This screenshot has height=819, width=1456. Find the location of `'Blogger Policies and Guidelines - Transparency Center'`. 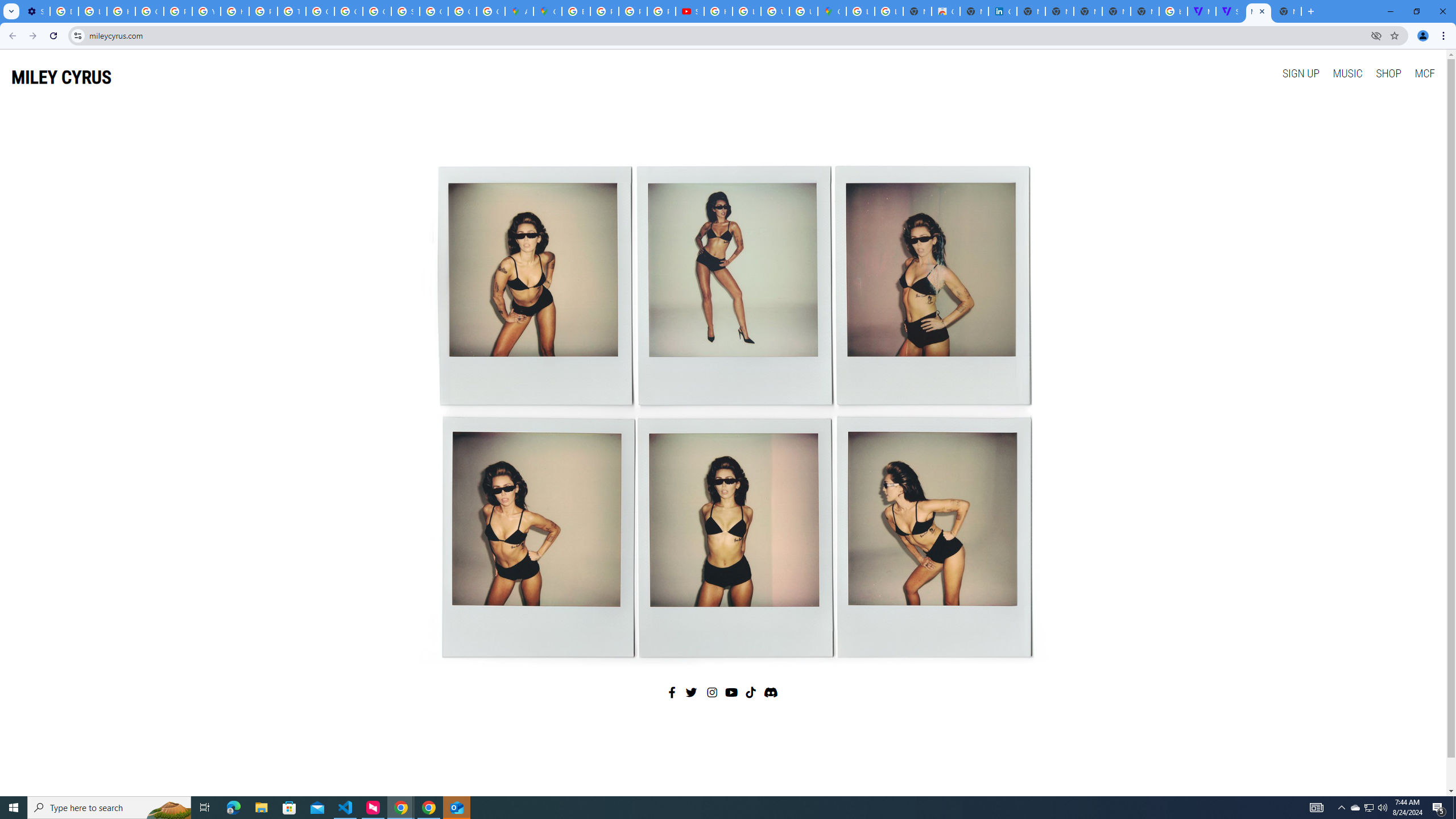

'Blogger Policies and Guidelines - Transparency Center' is located at coordinates (575, 11).